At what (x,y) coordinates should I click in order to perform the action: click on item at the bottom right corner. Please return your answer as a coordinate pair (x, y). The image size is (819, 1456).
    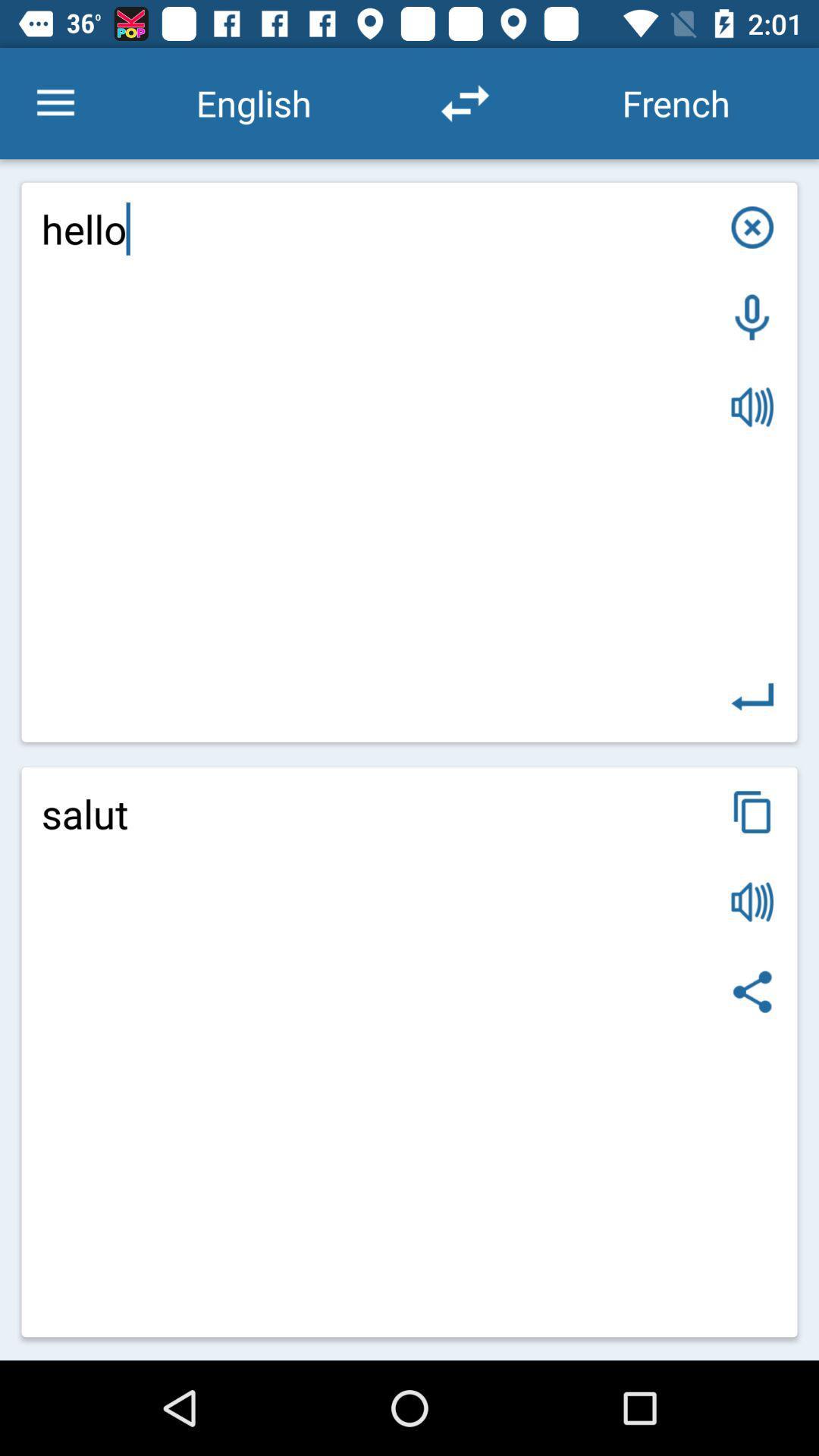
    Looking at the image, I should click on (752, 992).